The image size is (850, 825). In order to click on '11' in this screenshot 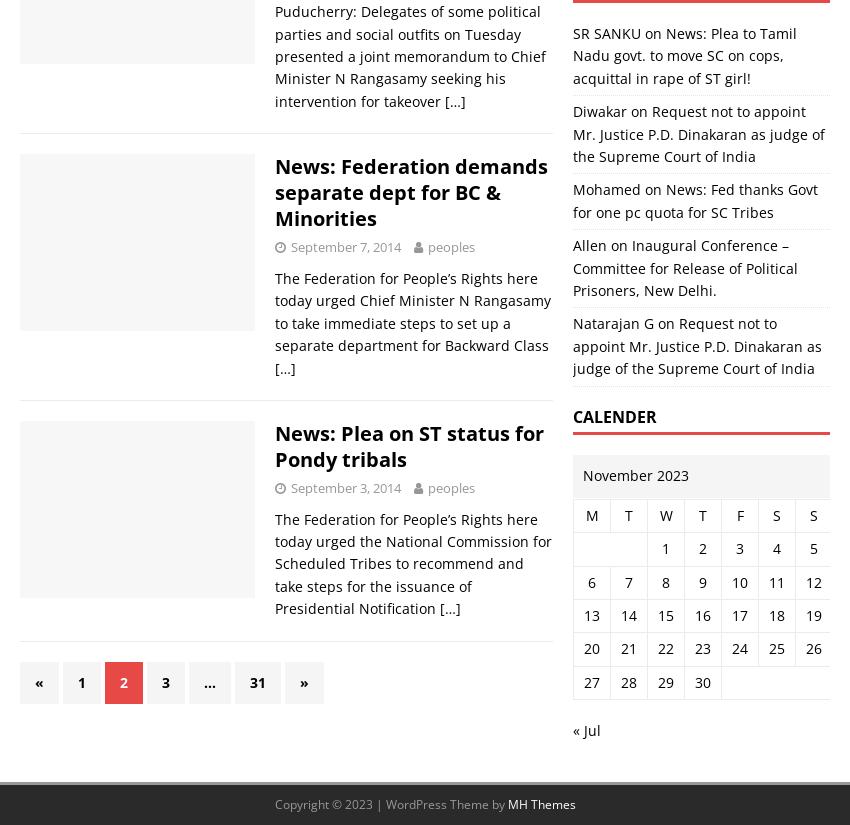, I will do `click(767, 580)`.